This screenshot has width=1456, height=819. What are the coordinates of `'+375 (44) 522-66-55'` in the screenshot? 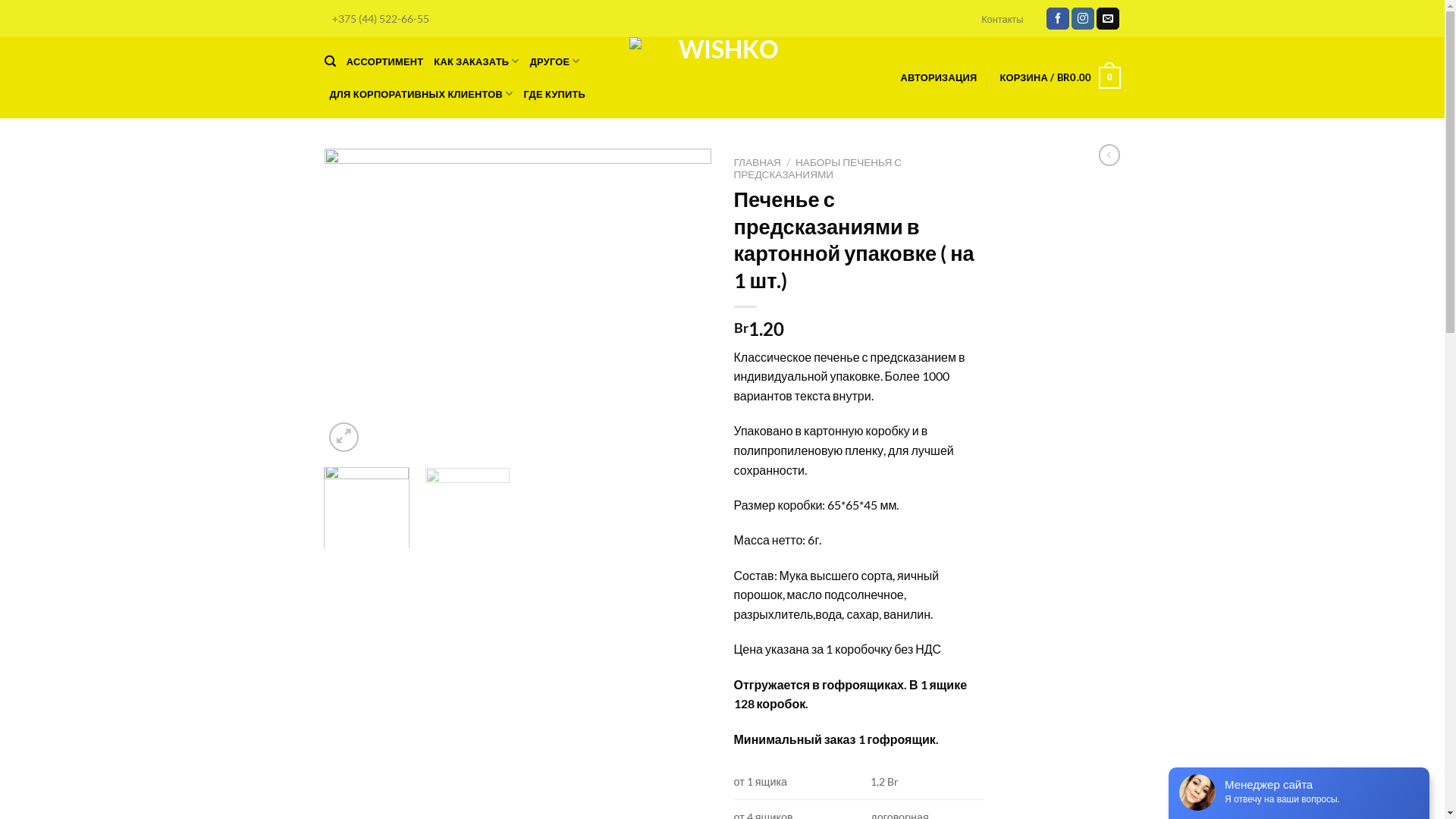 It's located at (381, 18).